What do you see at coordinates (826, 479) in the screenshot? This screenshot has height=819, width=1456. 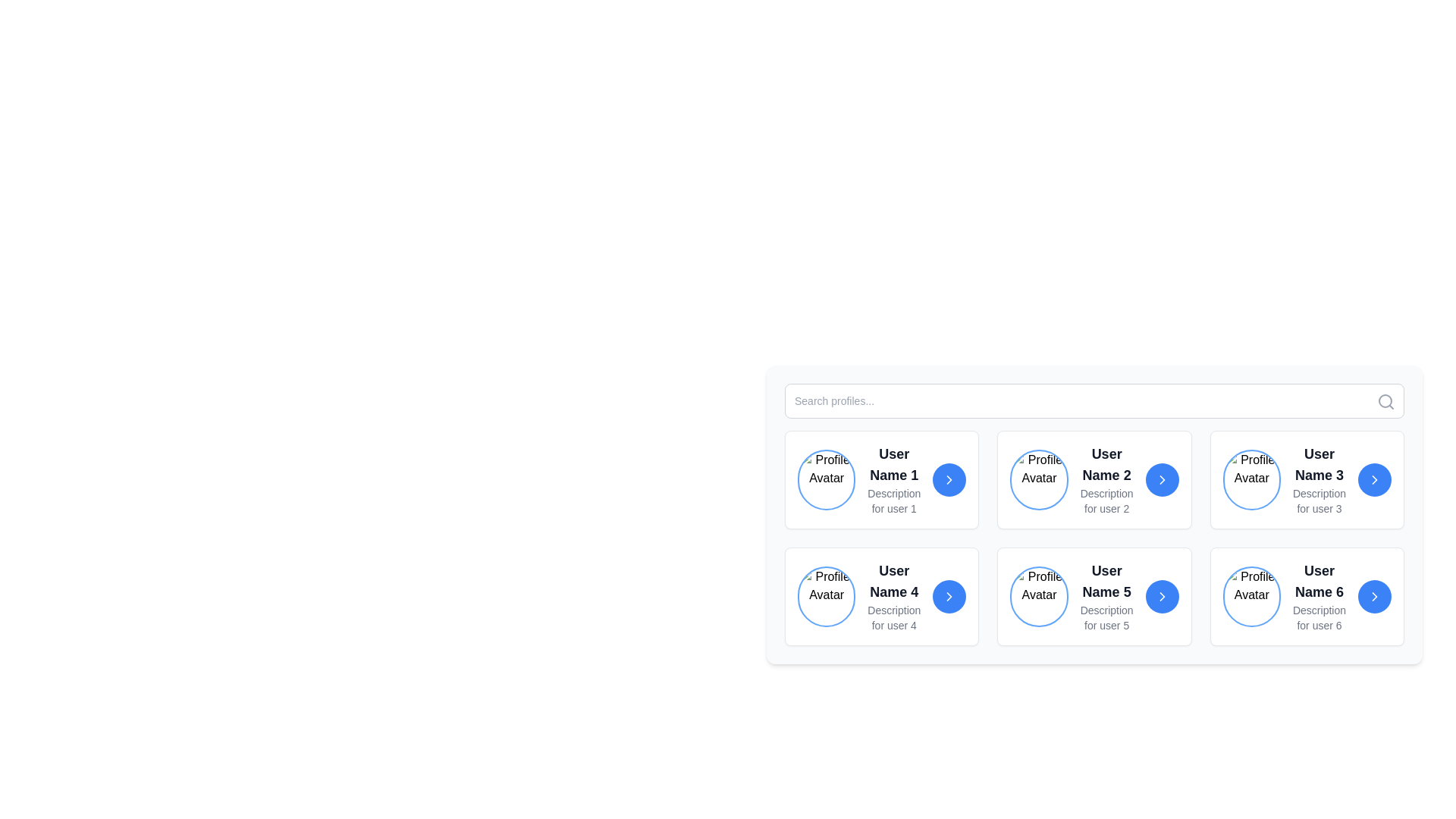 I see `the user profile image located at the top left of the list item for 'User Name 1' to trigger a tooltip` at bounding box center [826, 479].